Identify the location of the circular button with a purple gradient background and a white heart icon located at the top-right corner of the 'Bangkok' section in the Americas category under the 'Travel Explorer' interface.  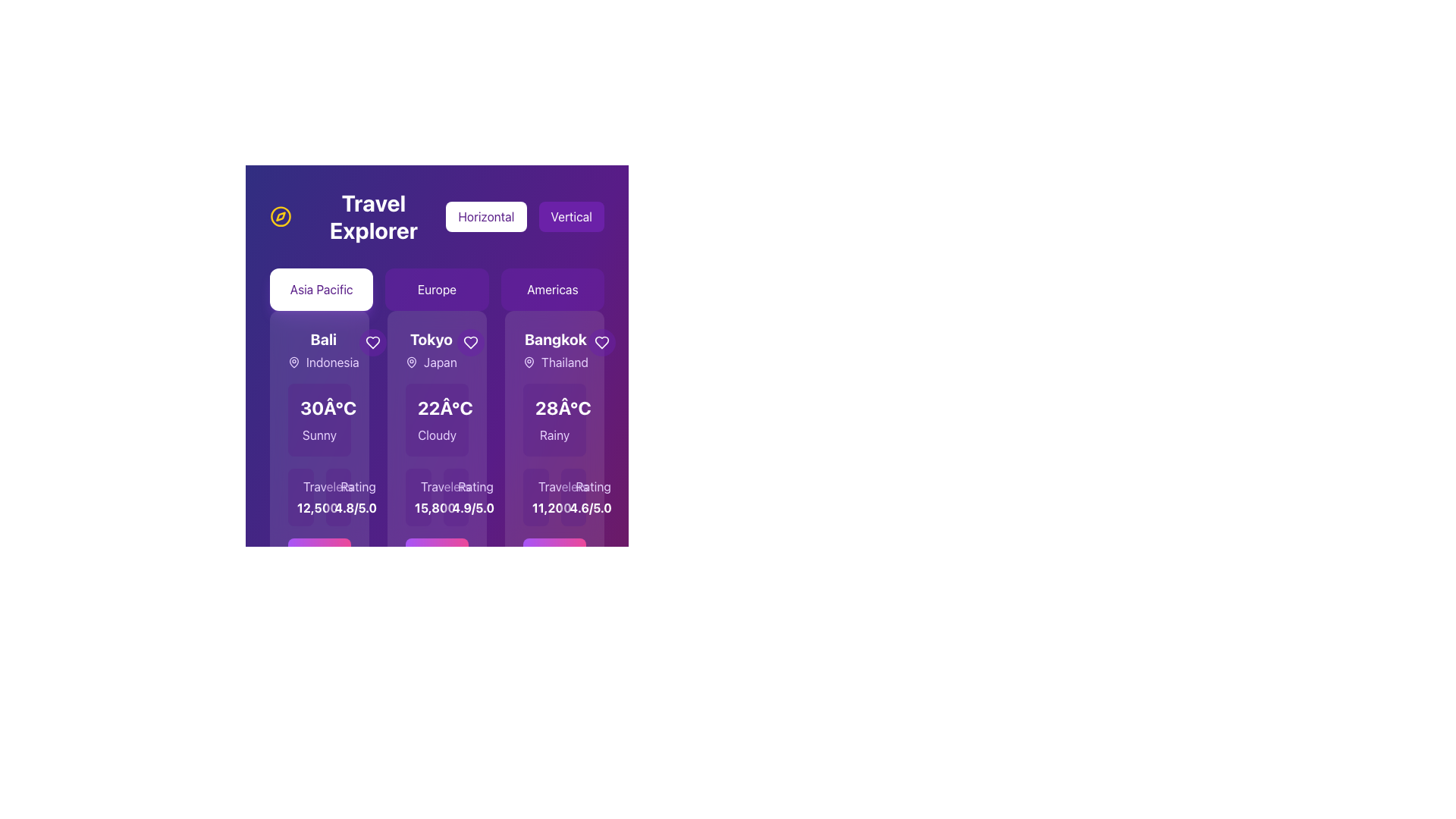
(601, 342).